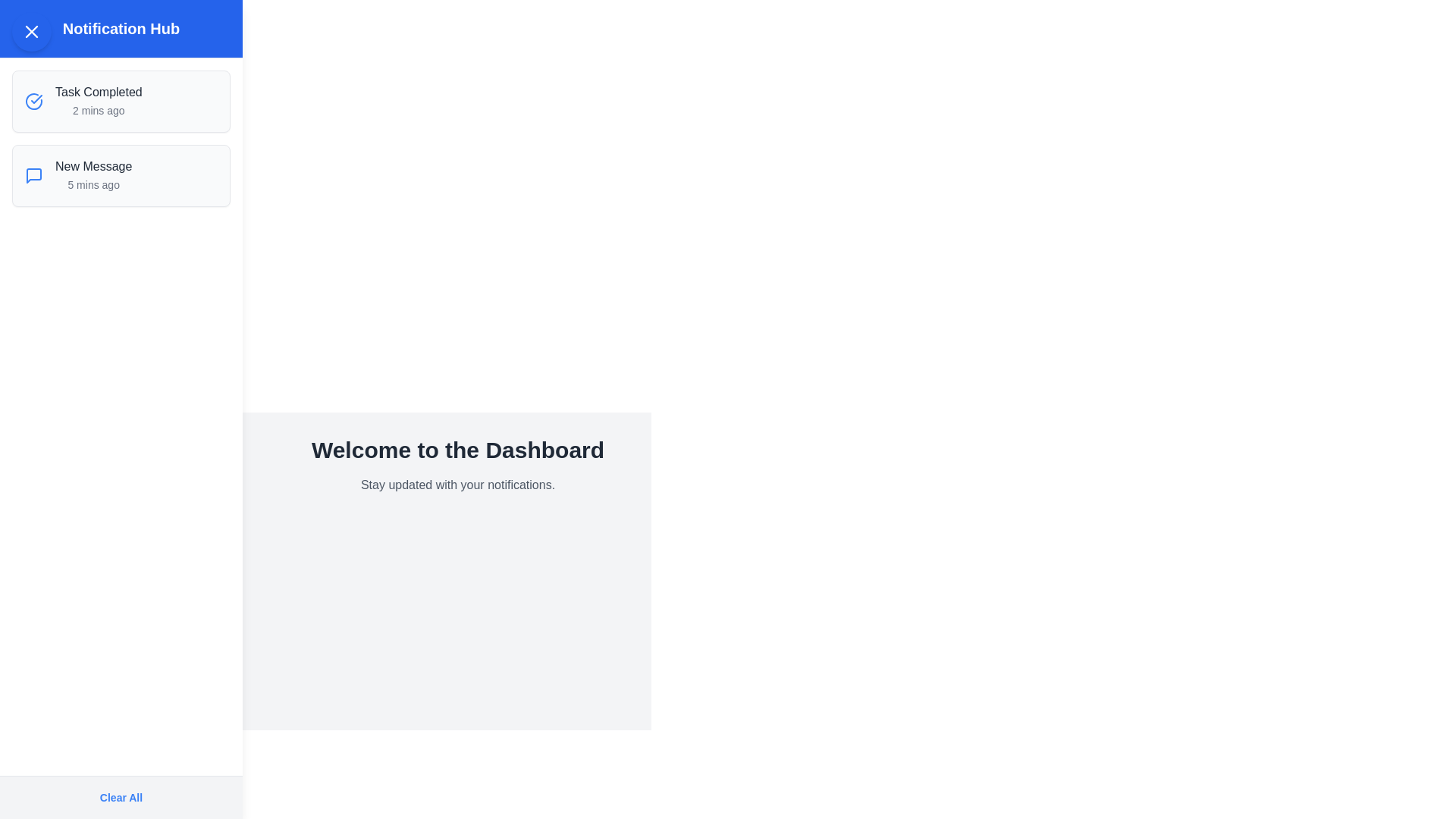 This screenshot has height=819, width=1456. I want to click on the header text that reads 'Welcome to the Dashboard', which is styled in large, bold font and is centered above the smaller text element, so click(457, 450).